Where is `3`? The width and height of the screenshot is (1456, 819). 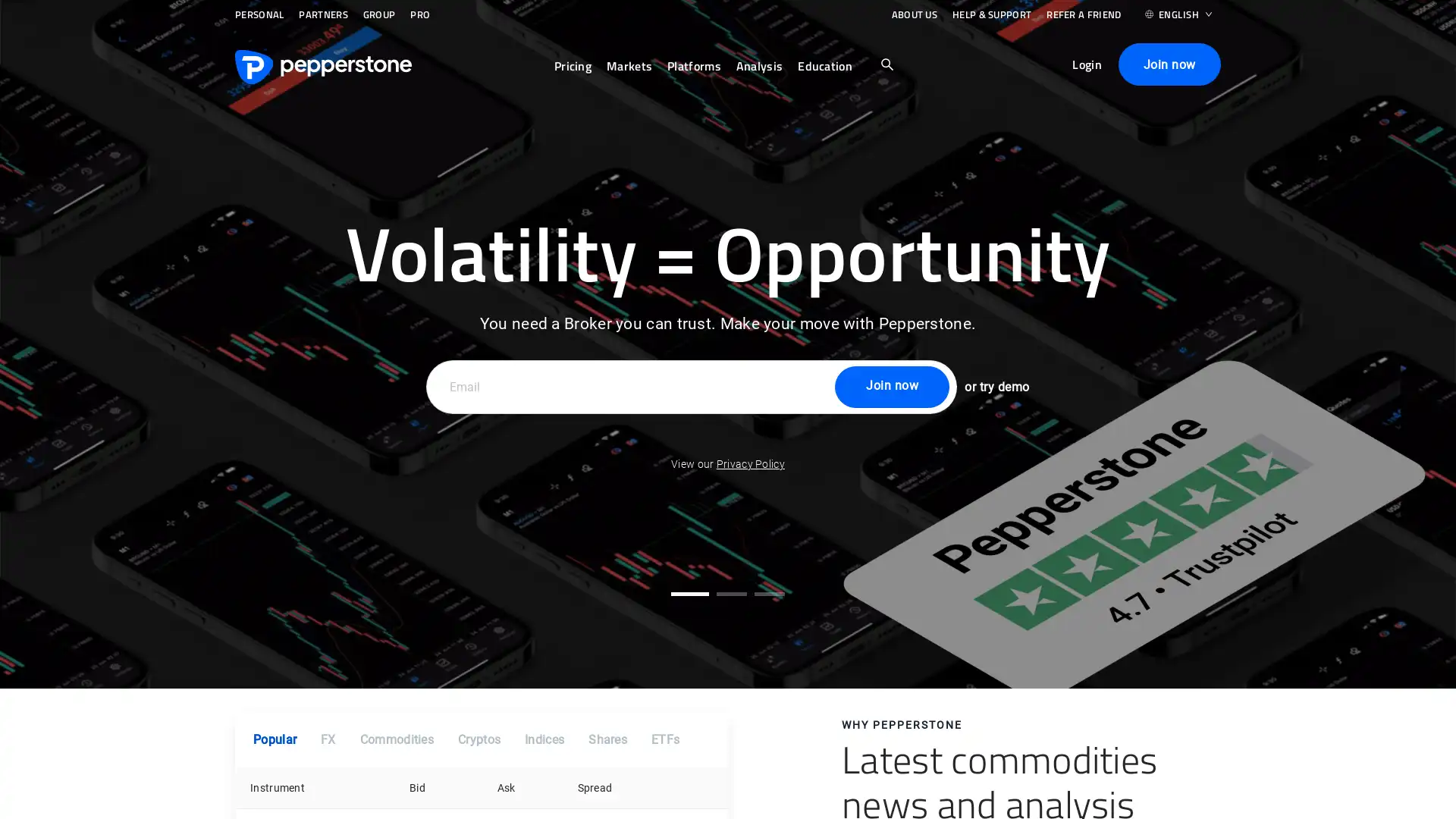
3 is located at coordinates (769, 592).